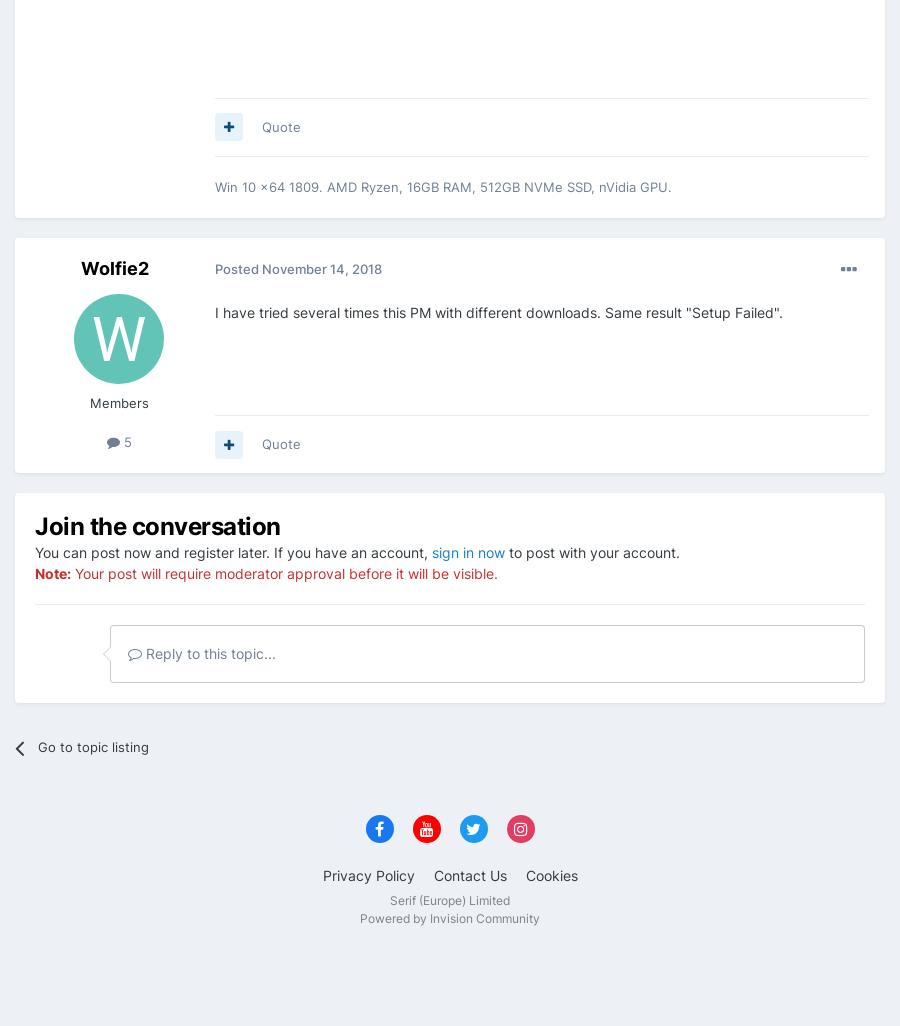  I want to click on 'November 14, 2018', so click(321, 266).